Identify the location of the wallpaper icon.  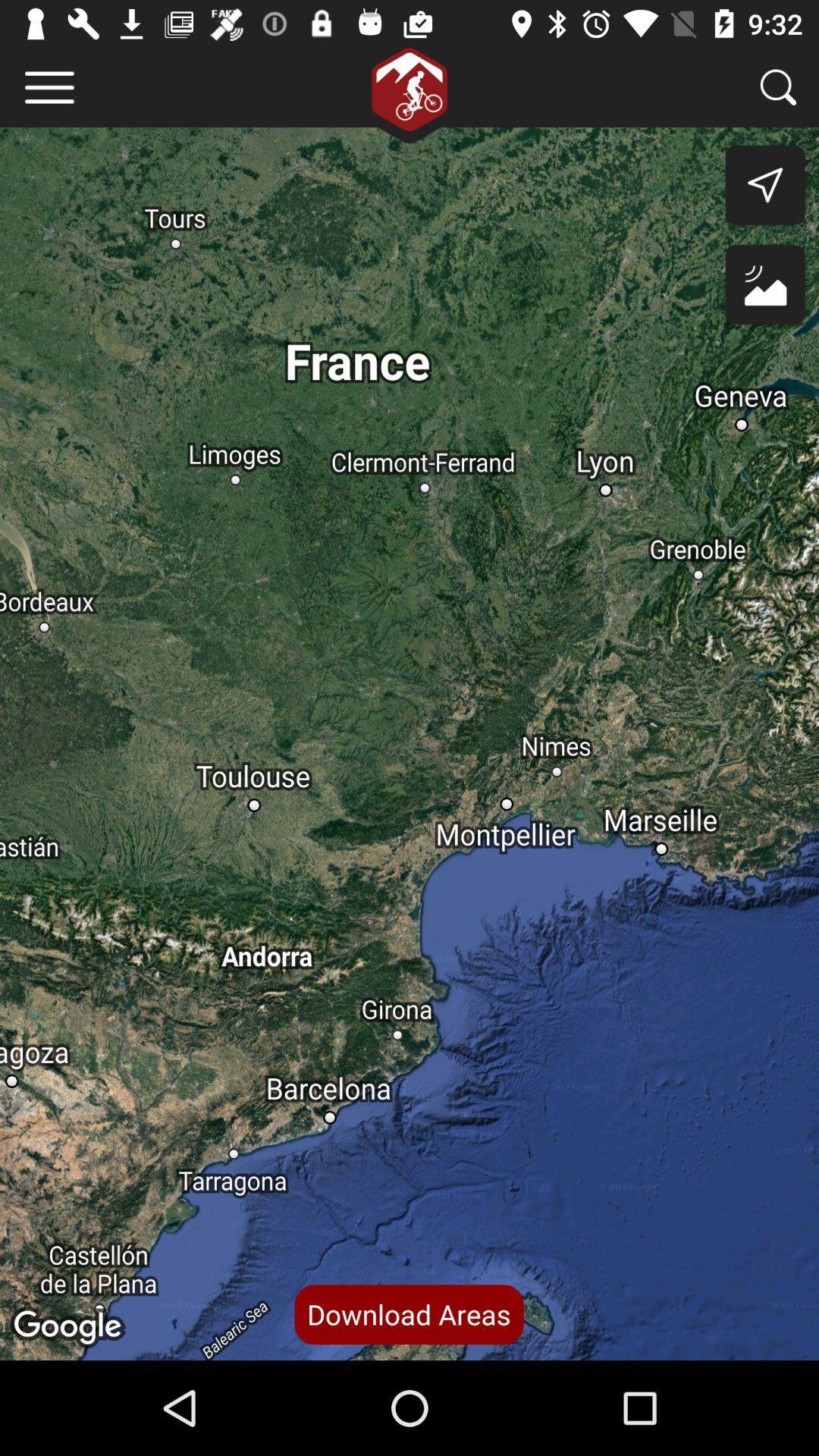
(765, 288).